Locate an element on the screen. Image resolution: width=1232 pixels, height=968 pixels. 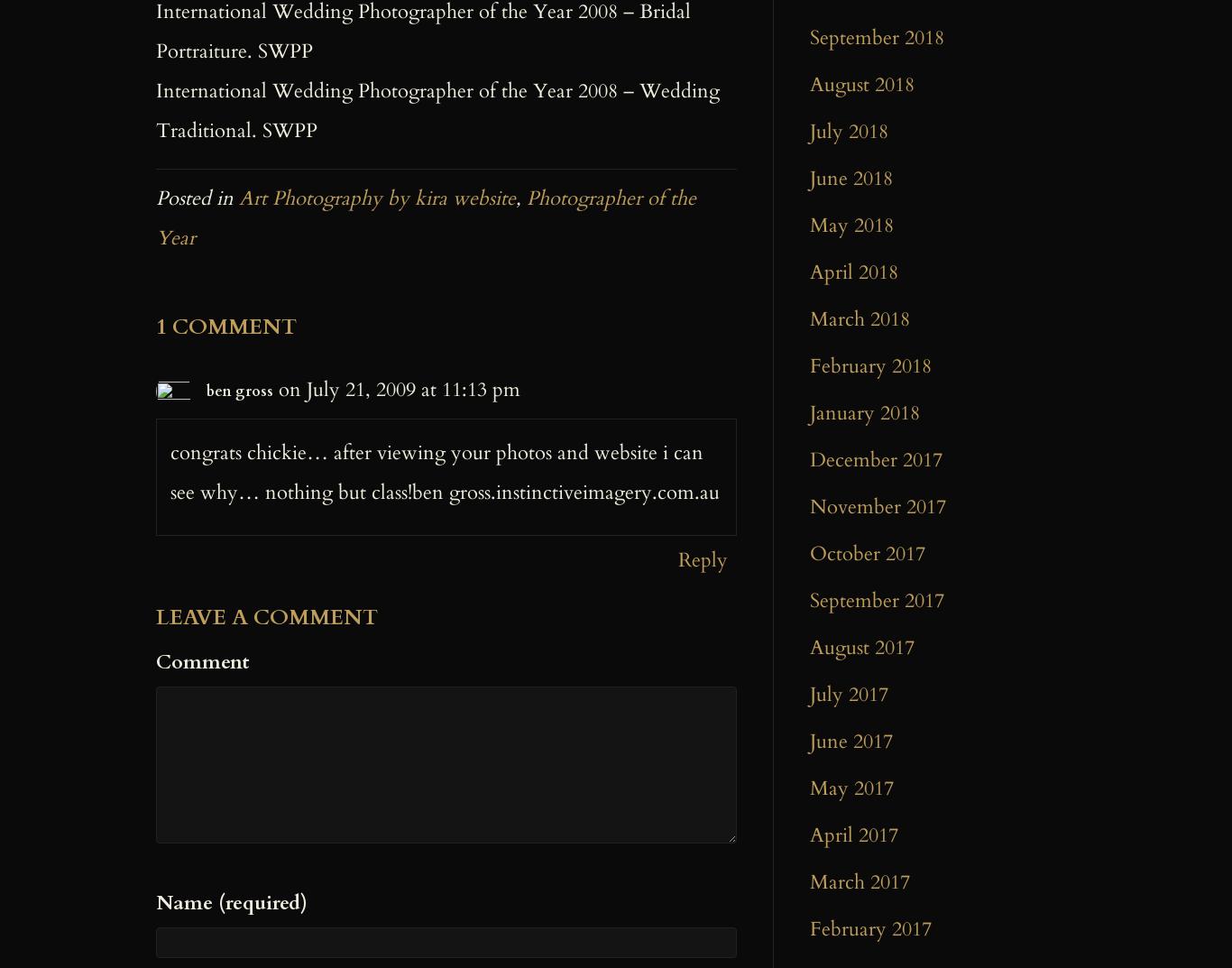
'August 2018' is located at coordinates (862, 84).